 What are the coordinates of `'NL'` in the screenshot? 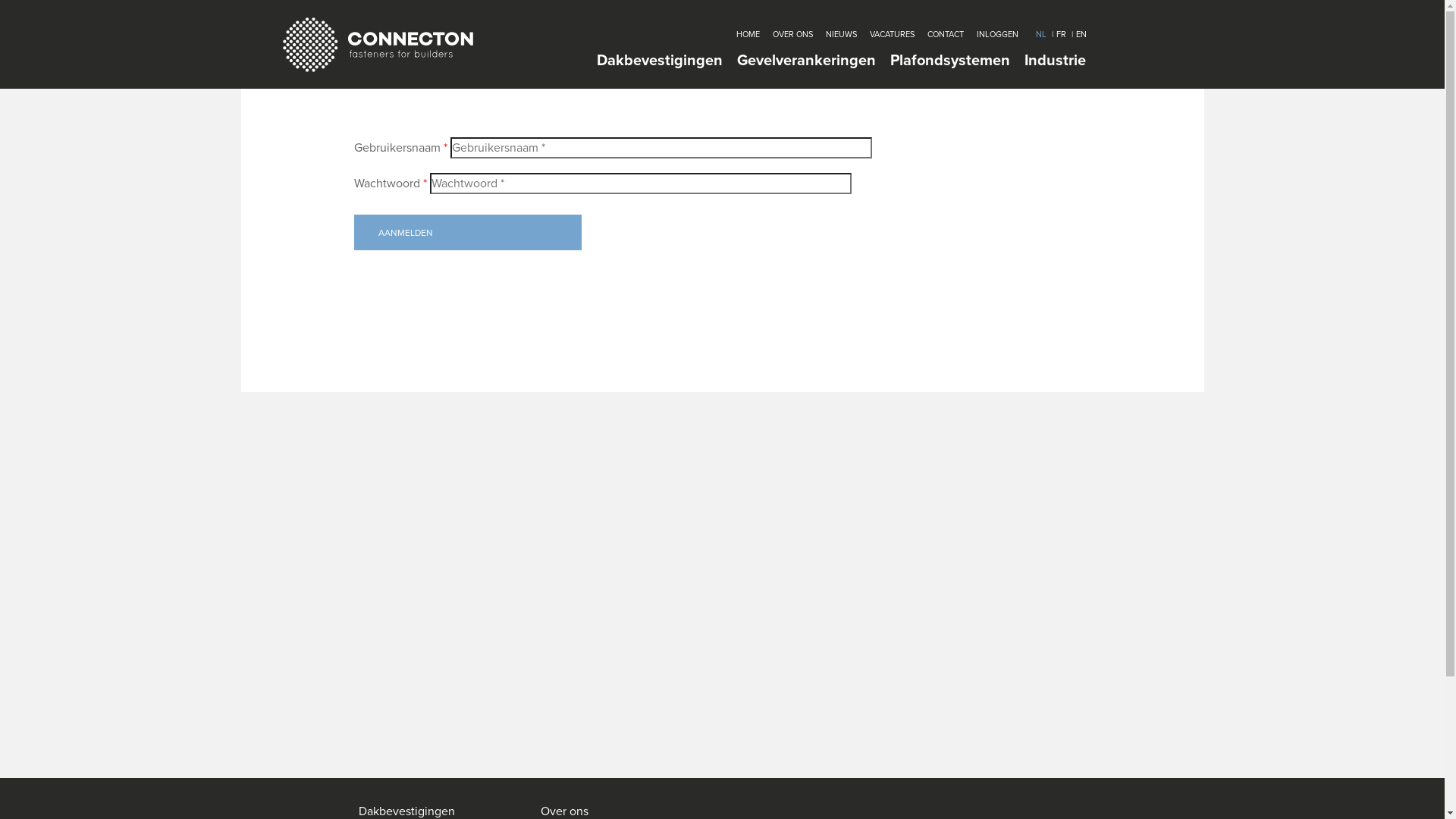 It's located at (1040, 34).